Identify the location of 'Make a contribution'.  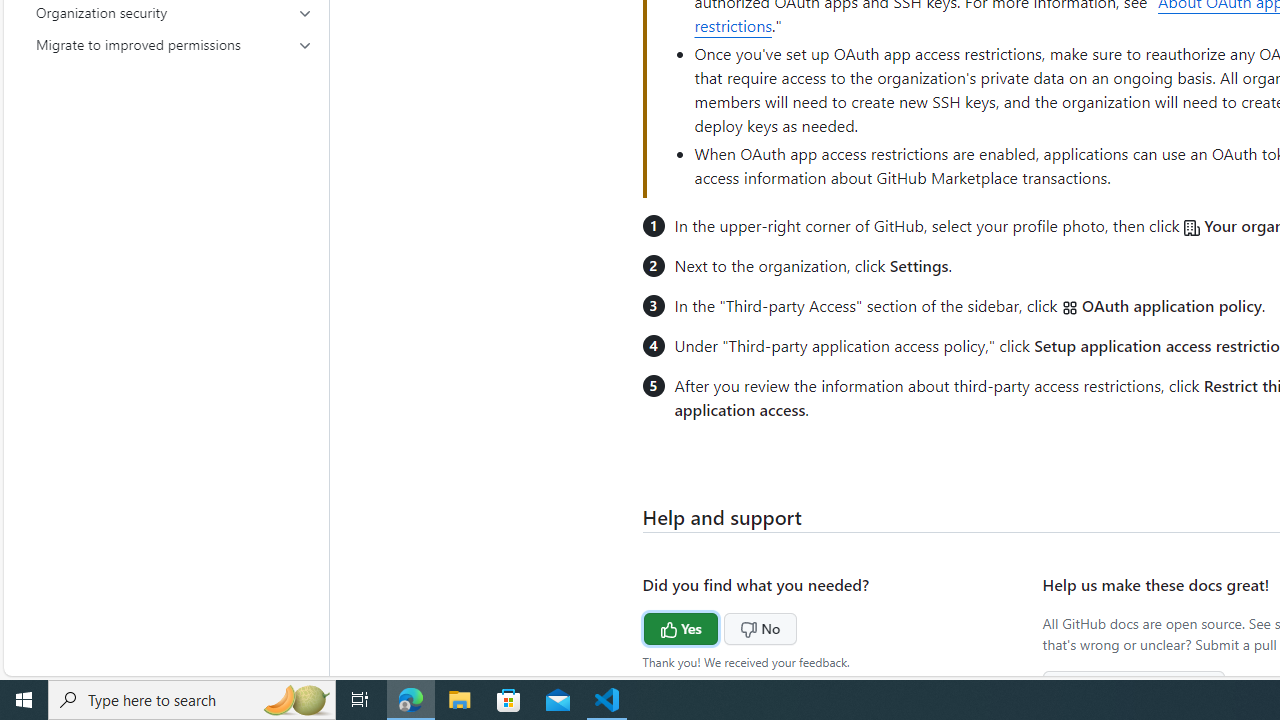
(1134, 685).